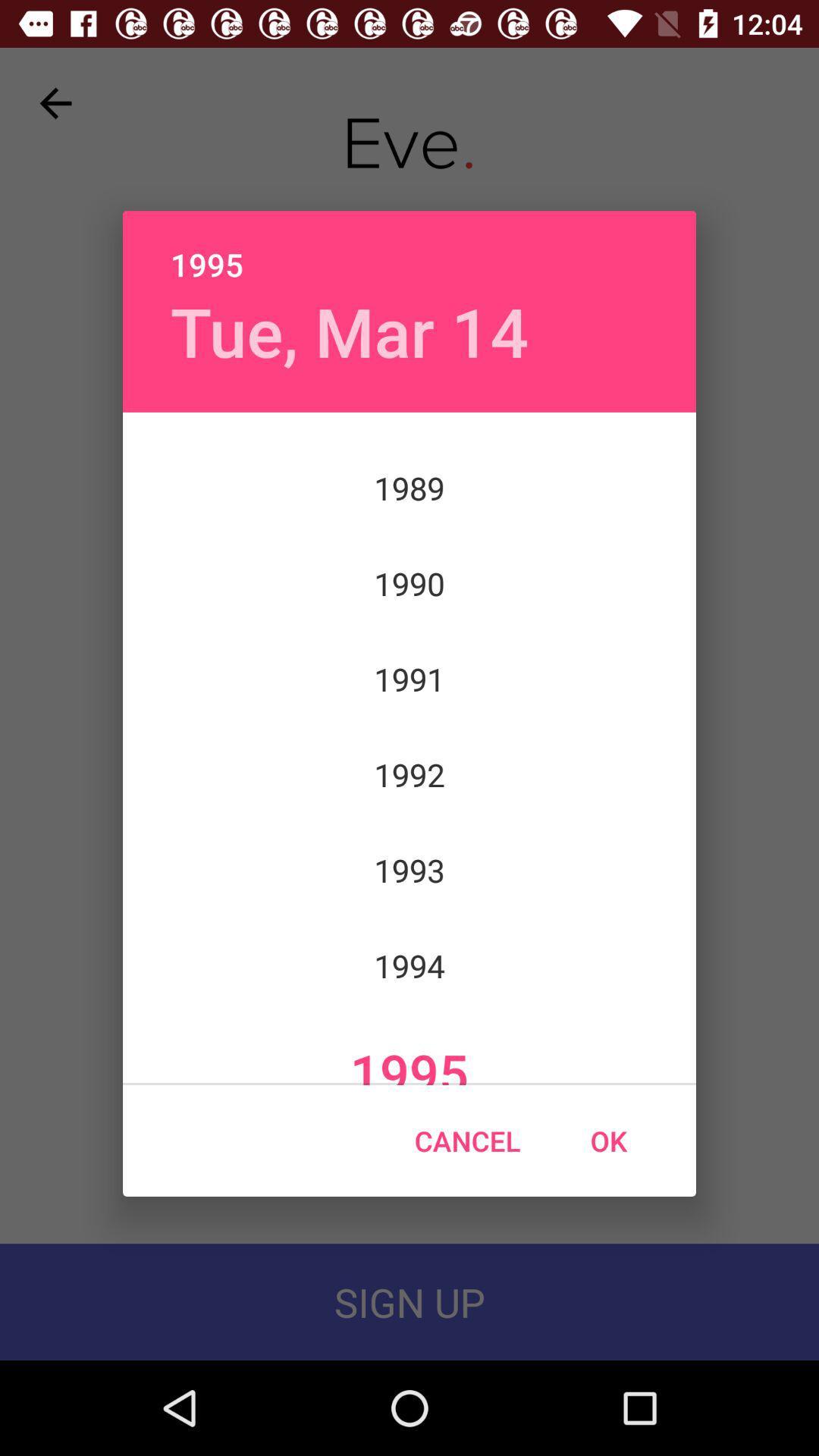 This screenshot has width=819, height=1456. Describe the element at coordinates (466, 1141) in the screenshot. I see `the item to the left of ok icon` at that location.